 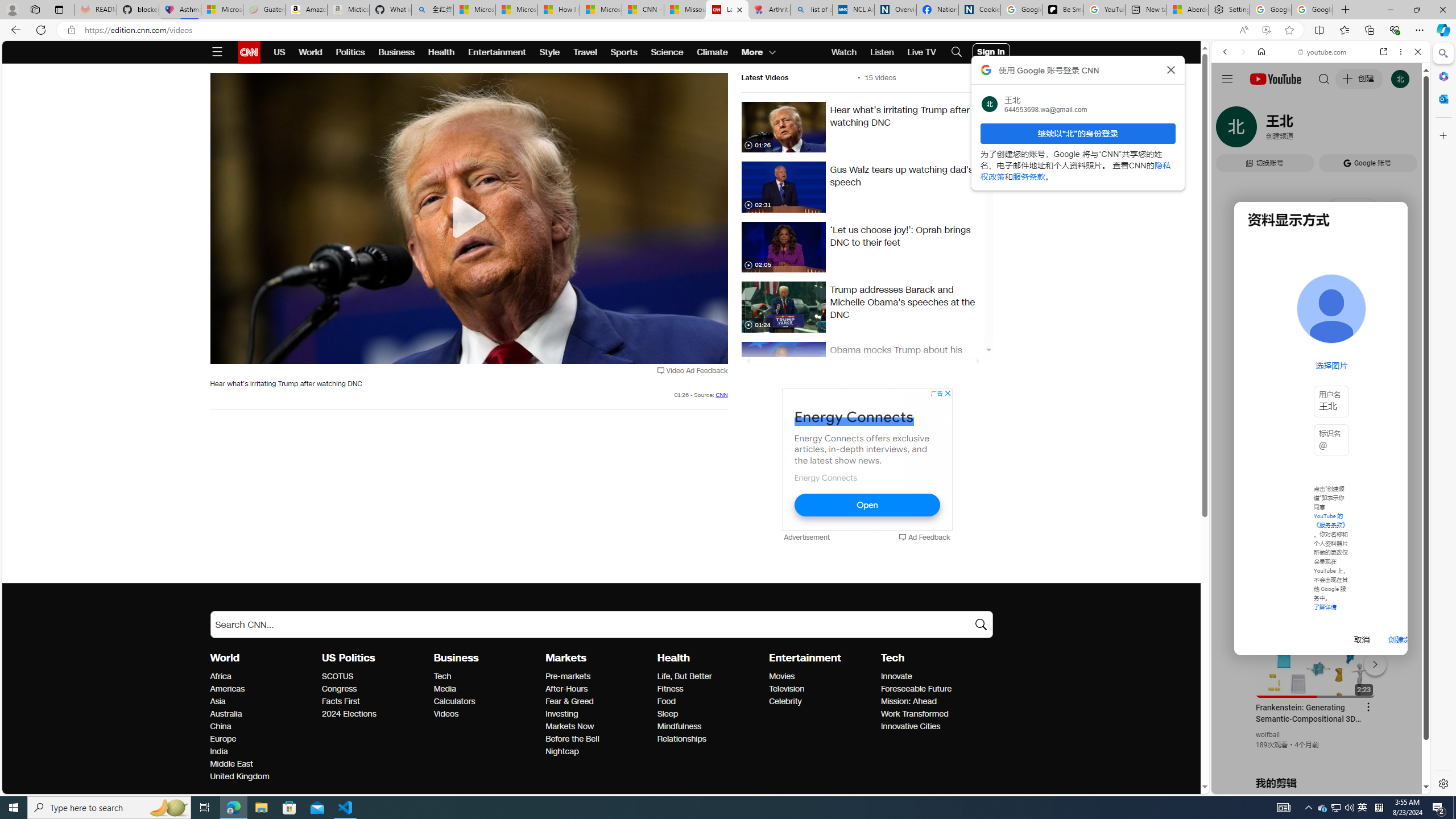 What do you see at coordinates (670, 688) in the screenshot?
I see `'Health Fitness'` at bounding box center [670, 688].